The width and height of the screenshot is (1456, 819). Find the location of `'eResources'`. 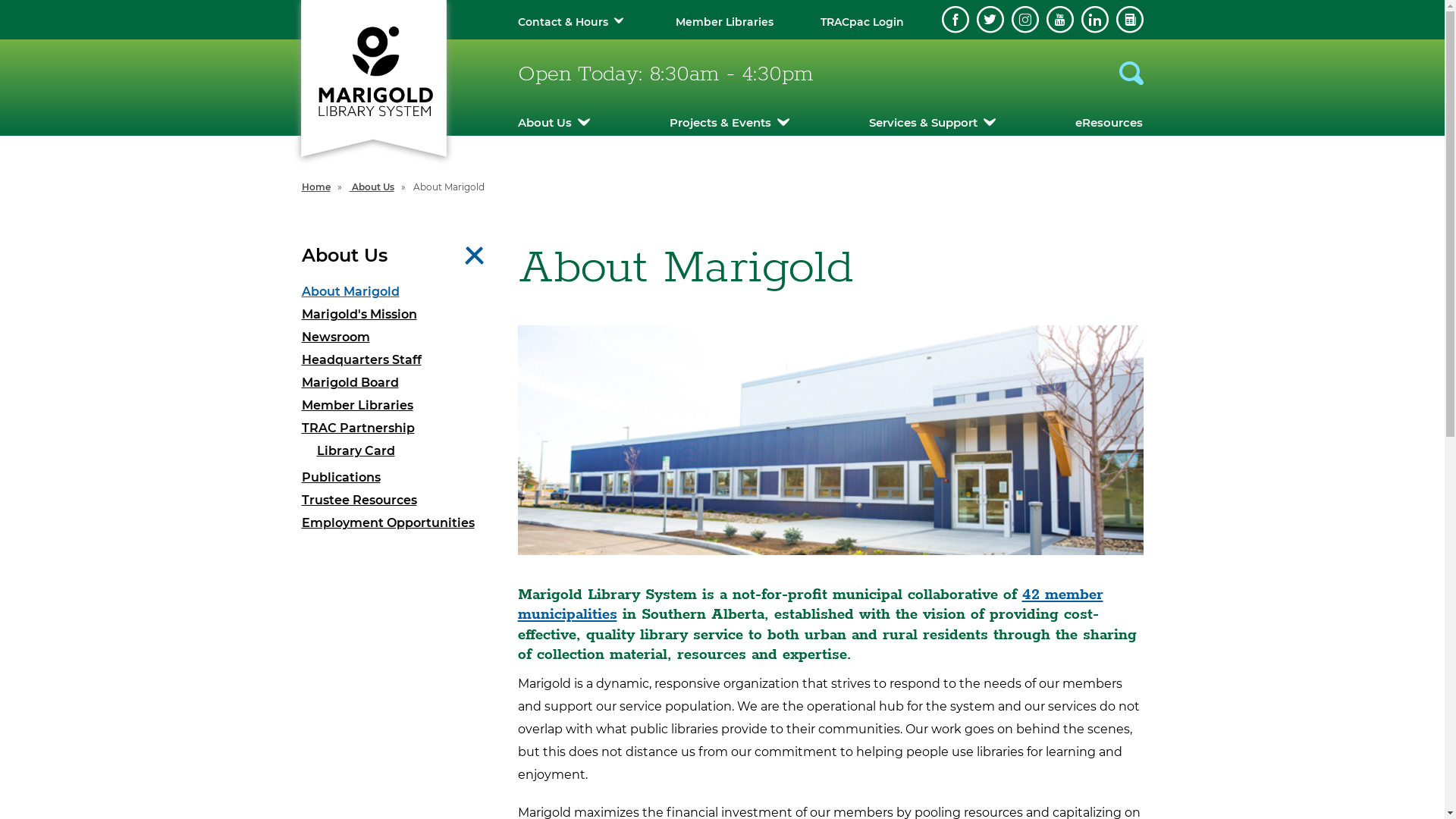

'eResources' is located at coordinates (1074, 121).